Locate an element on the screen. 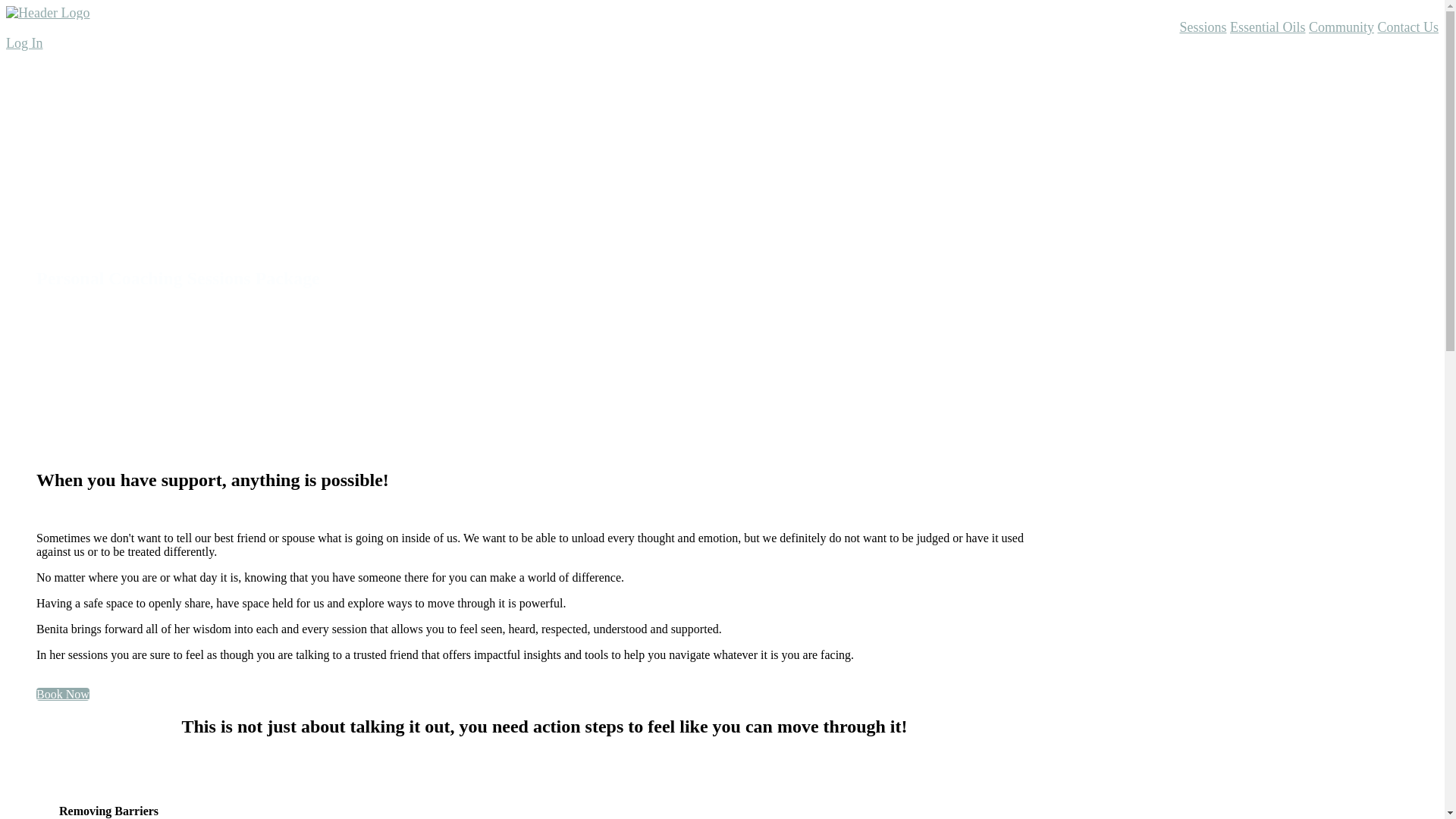 The image size is (1456, 819). 'Contact Us' is located at coordinates (1407, 27).